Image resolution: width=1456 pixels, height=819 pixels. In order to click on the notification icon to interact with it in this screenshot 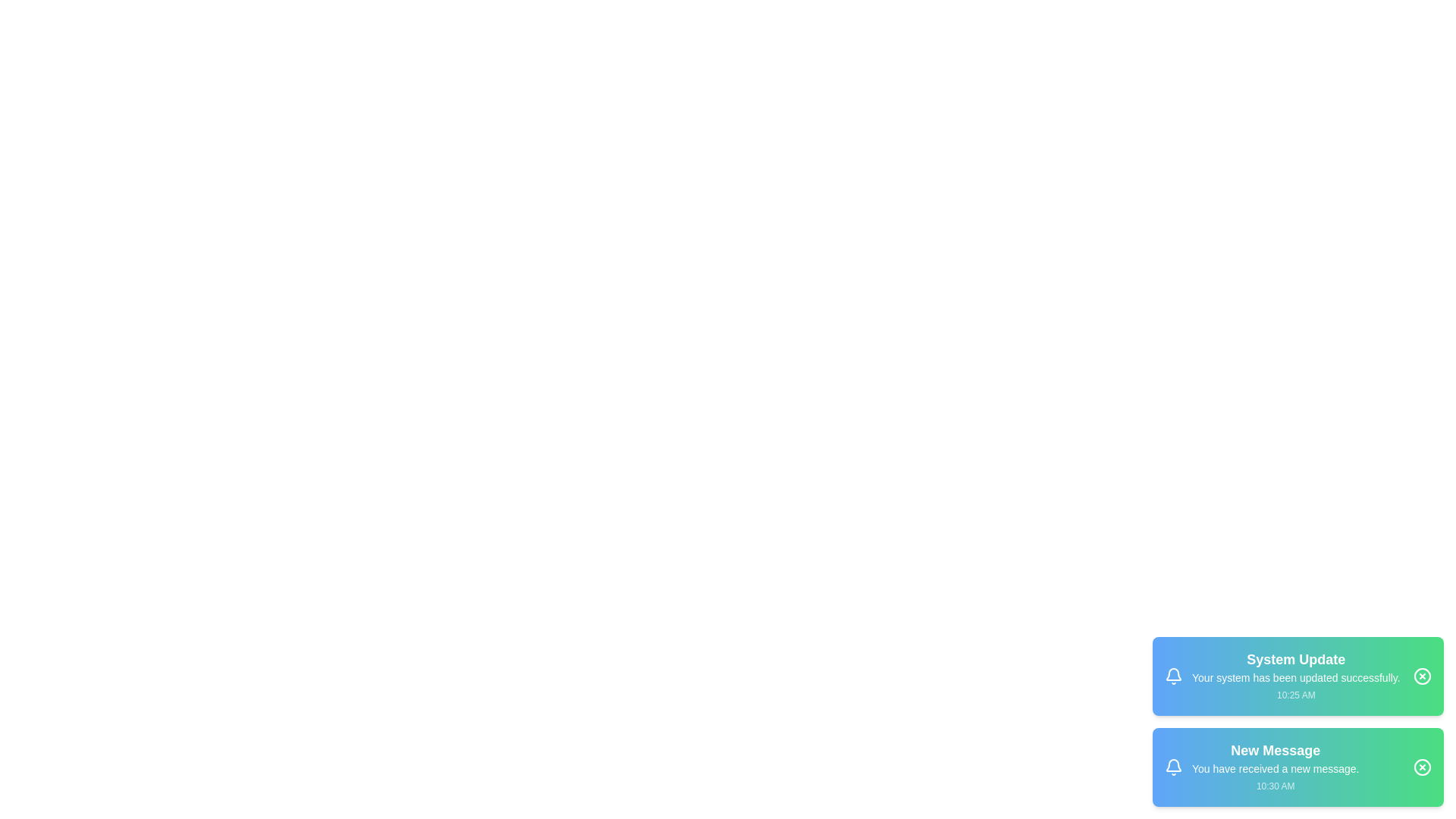, I will do `click(1173, 675)`.